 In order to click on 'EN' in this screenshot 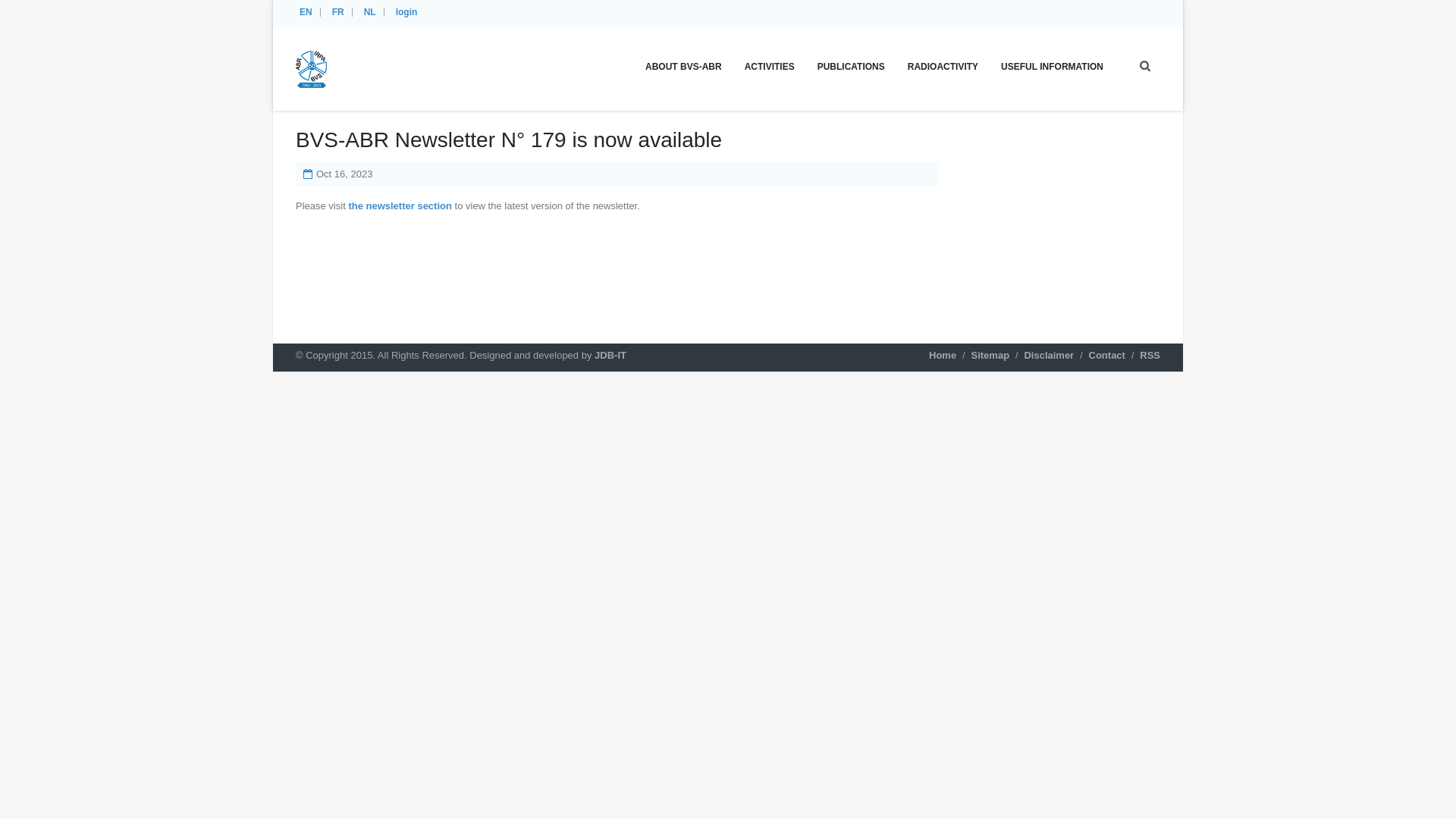, I will do `click(307, 11)`.